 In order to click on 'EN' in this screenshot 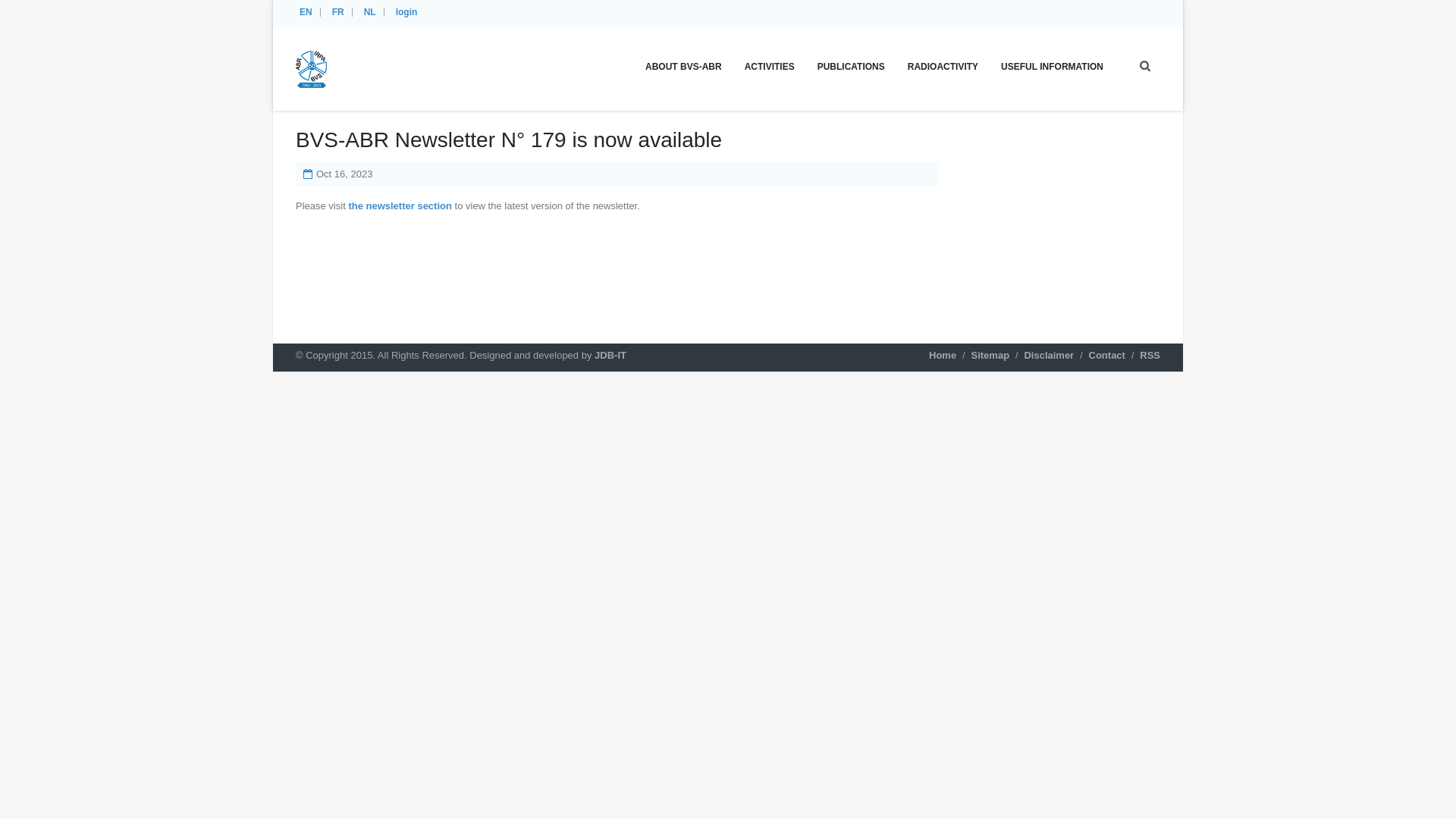, I will do `click(307, 11)`.